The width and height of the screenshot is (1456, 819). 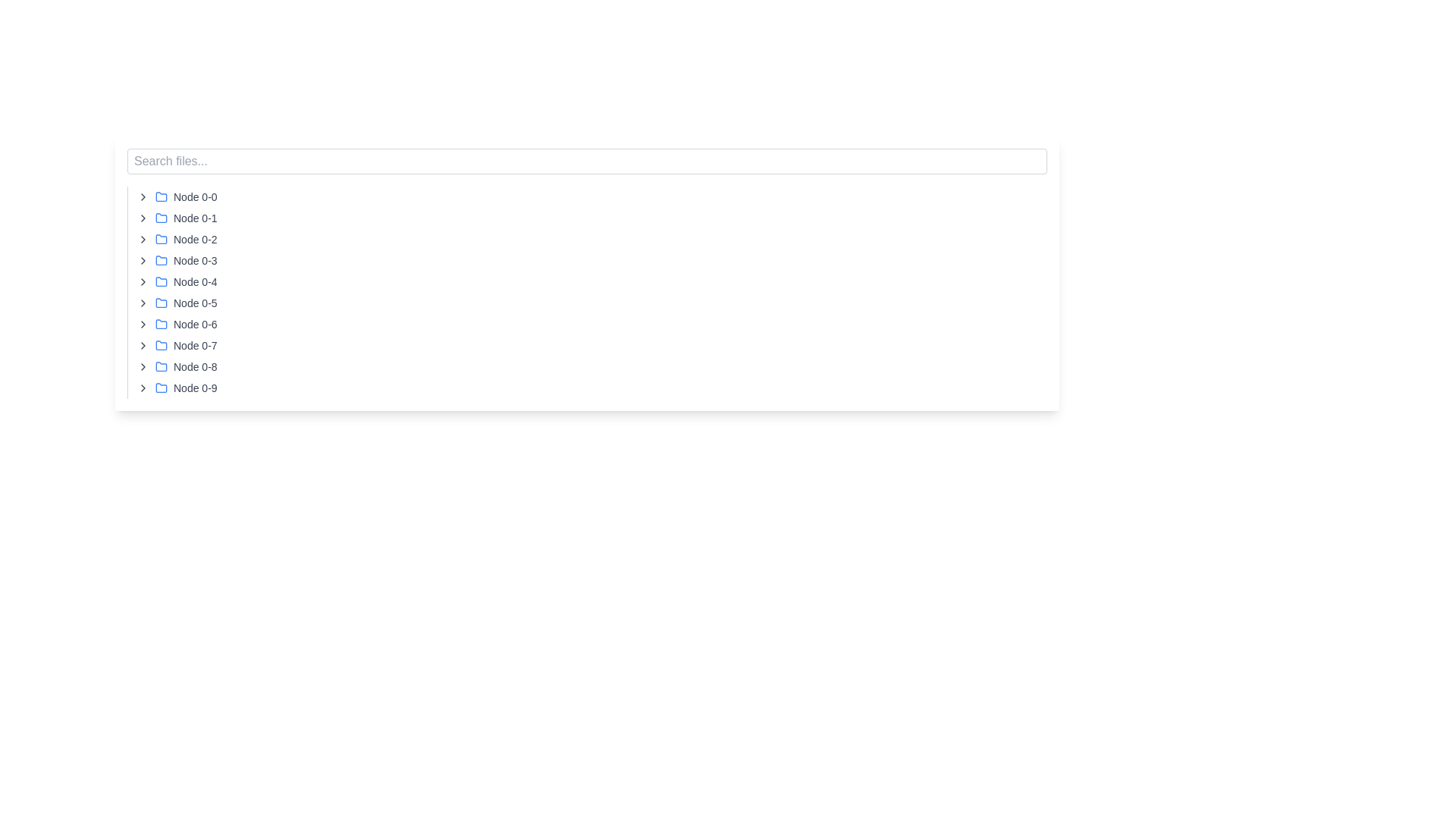 I want to click on the text label displaying 'Node 0-7', which is the eighth item in a list of nodes in a collapsible tree structure, so click(x=194, y=345).